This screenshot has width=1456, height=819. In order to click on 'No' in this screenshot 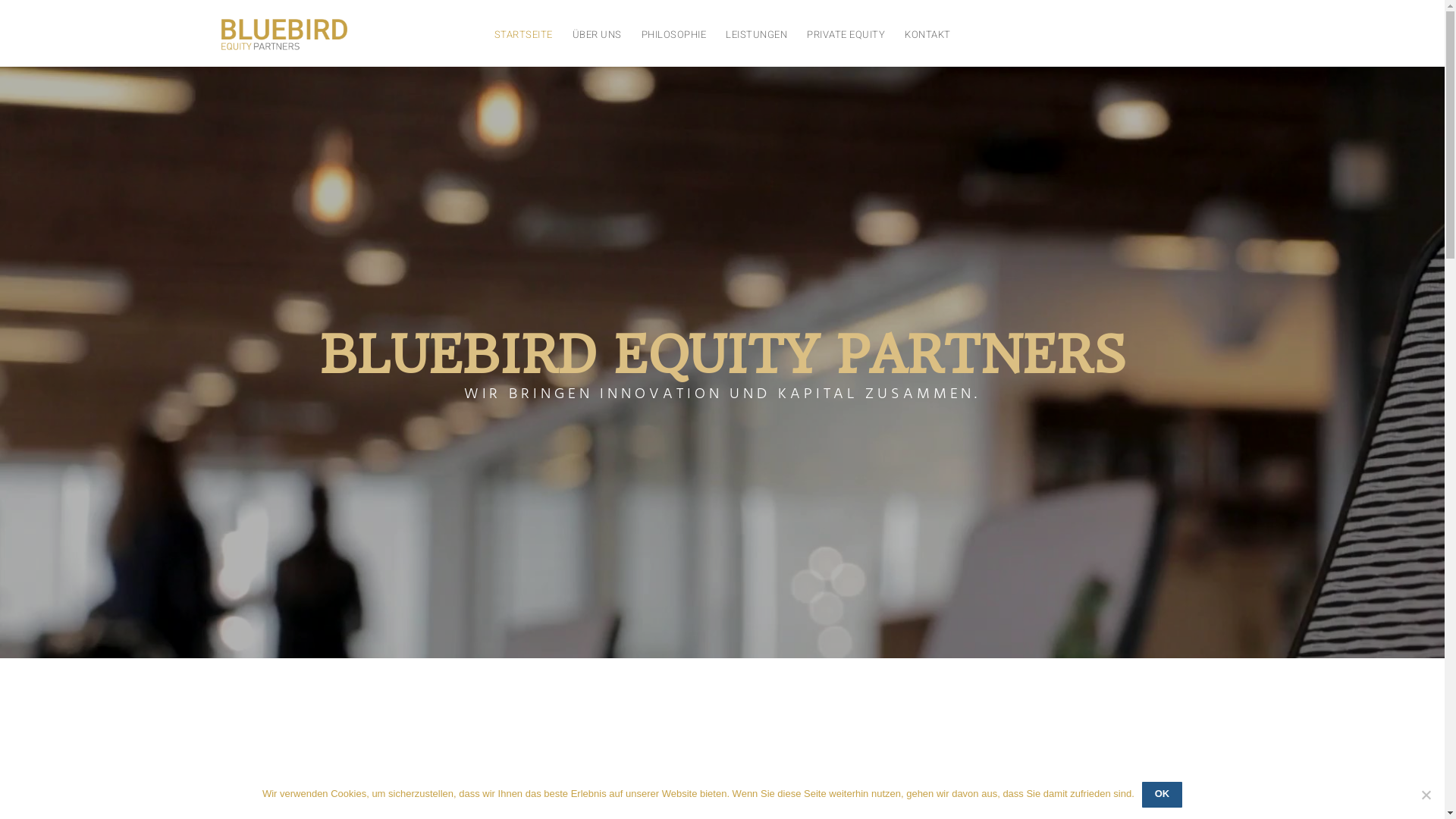, I will do `click(1425, 794)`.